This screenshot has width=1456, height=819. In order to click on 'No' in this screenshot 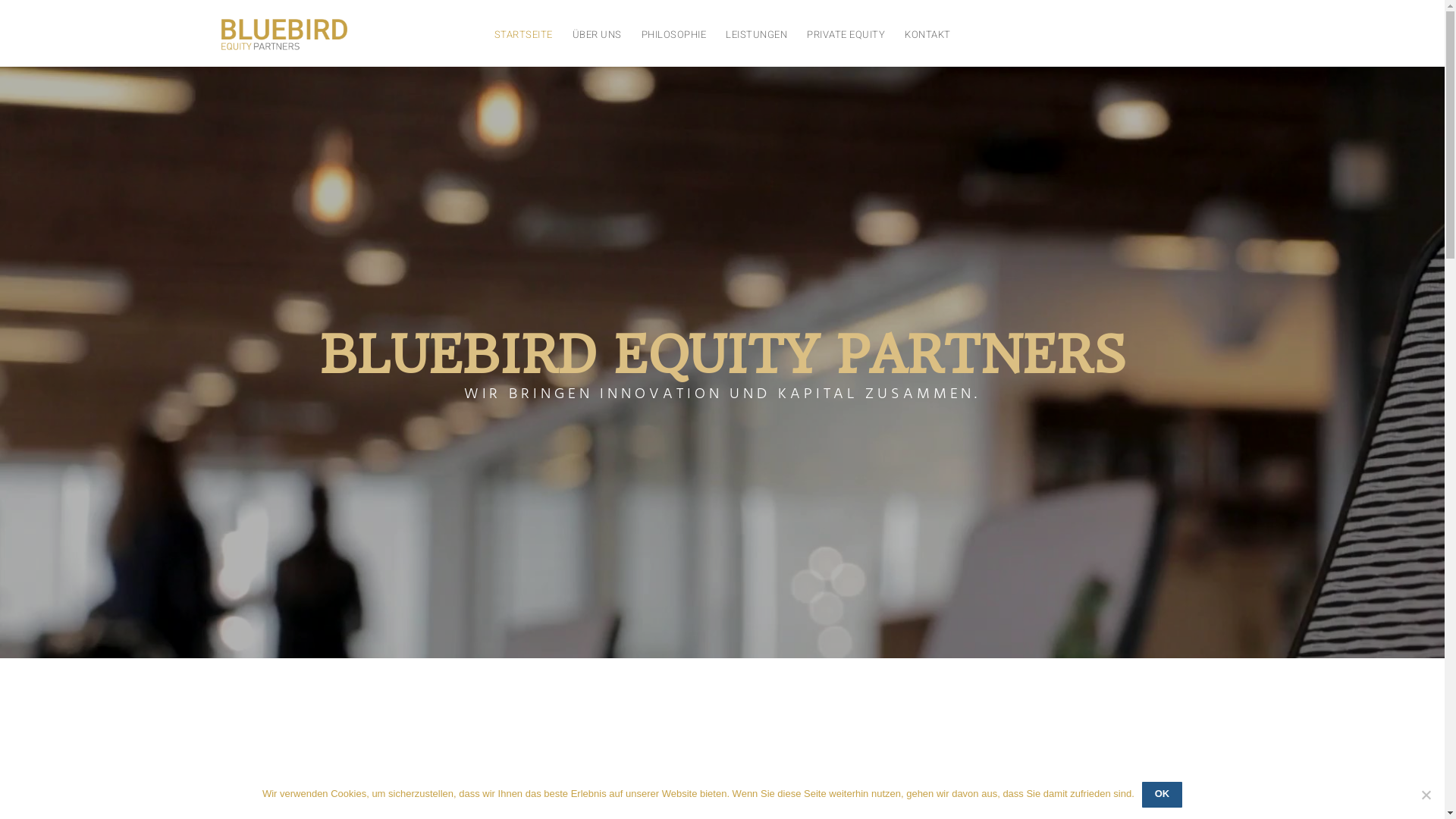, I will do `click(1425, 794)`.